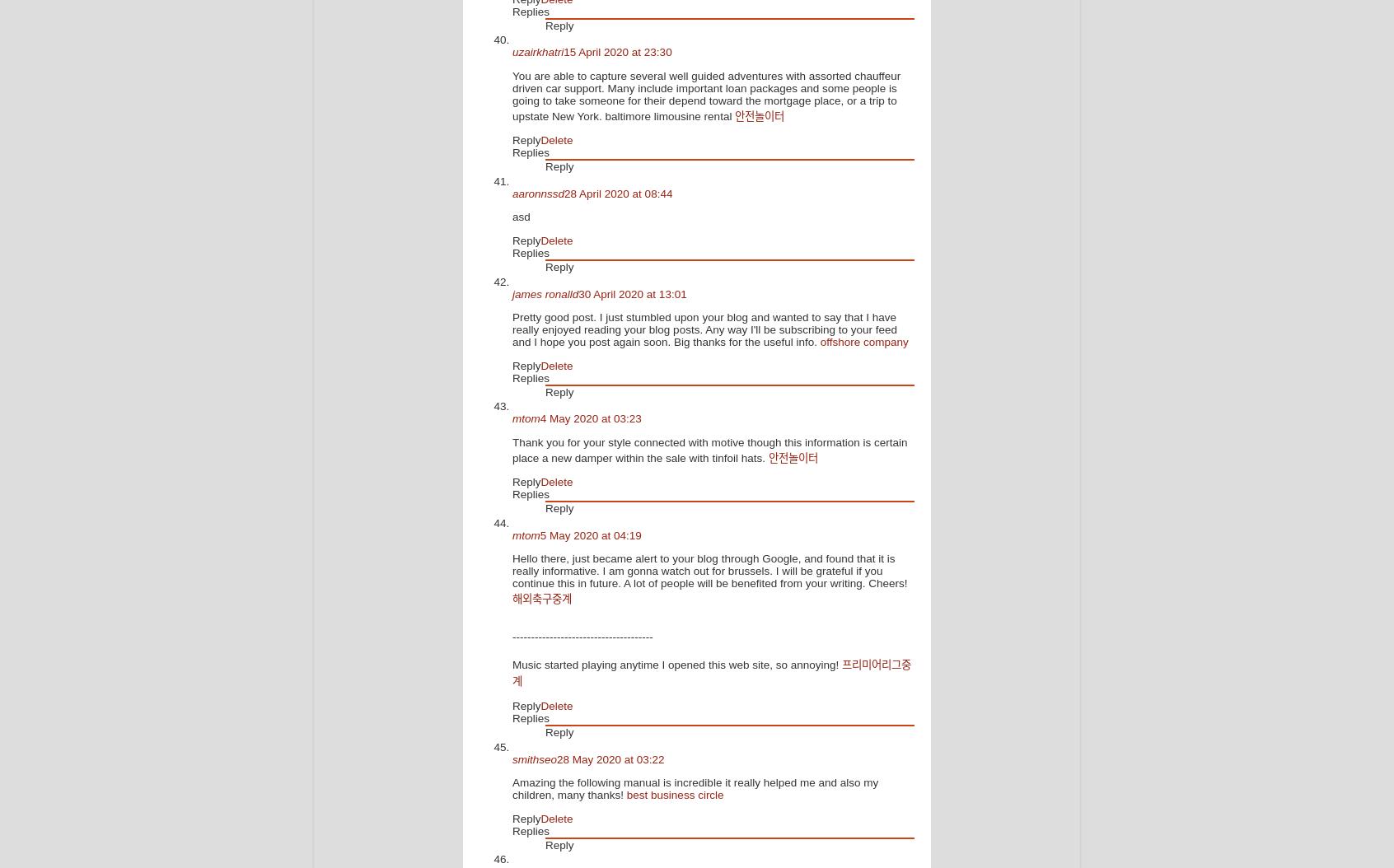  What do you see at coordinates (863, 341) in the screenshot?
I see `'offshore company'` at bounding box center [863, 341].